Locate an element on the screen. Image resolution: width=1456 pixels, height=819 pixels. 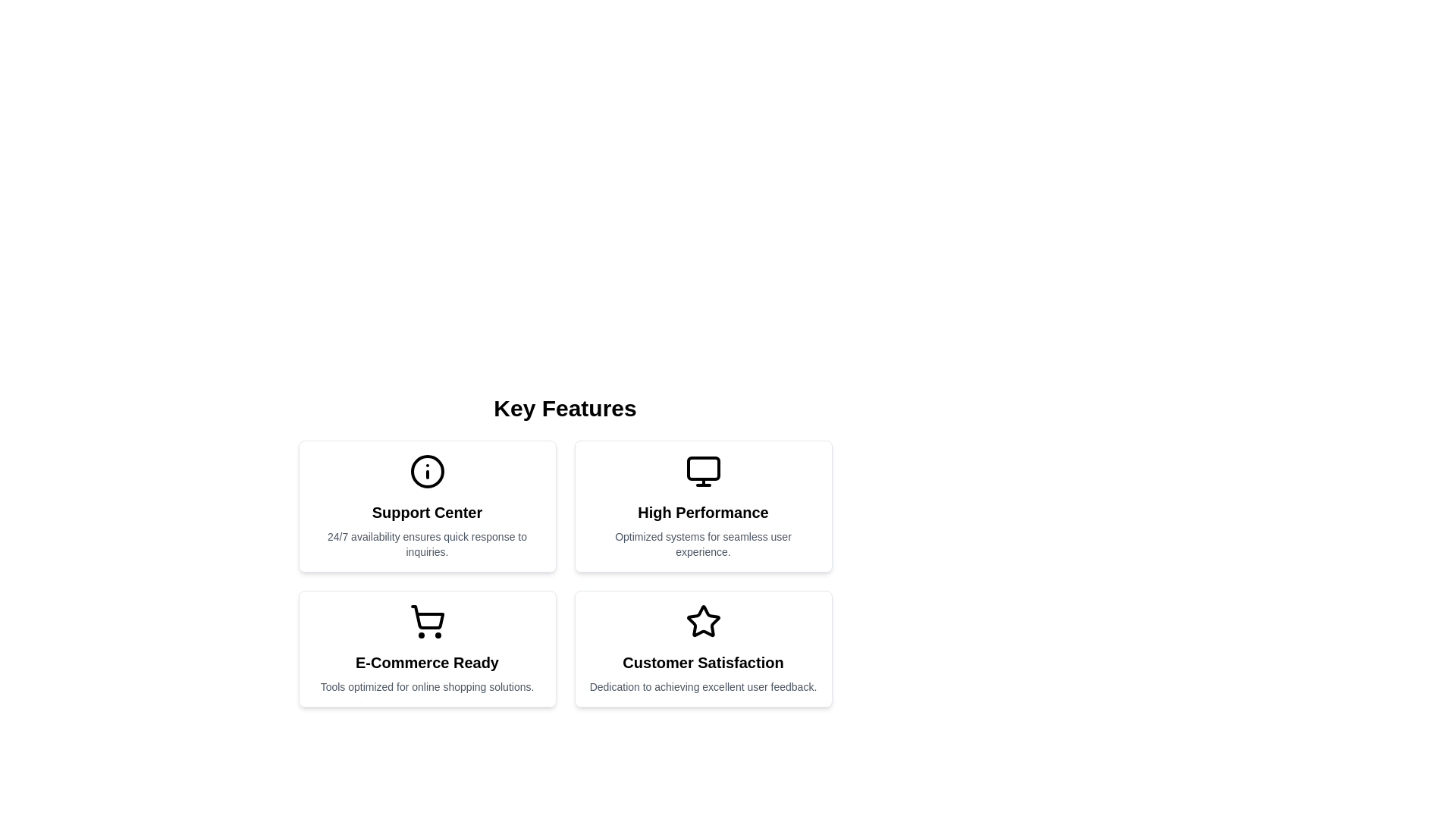
the shopping cart icon located in the fourth card labeled 'E-Commerce Ready', which is styled with rounded corners and lines, positioned at the top of its card is located at coordinates (426, 617).